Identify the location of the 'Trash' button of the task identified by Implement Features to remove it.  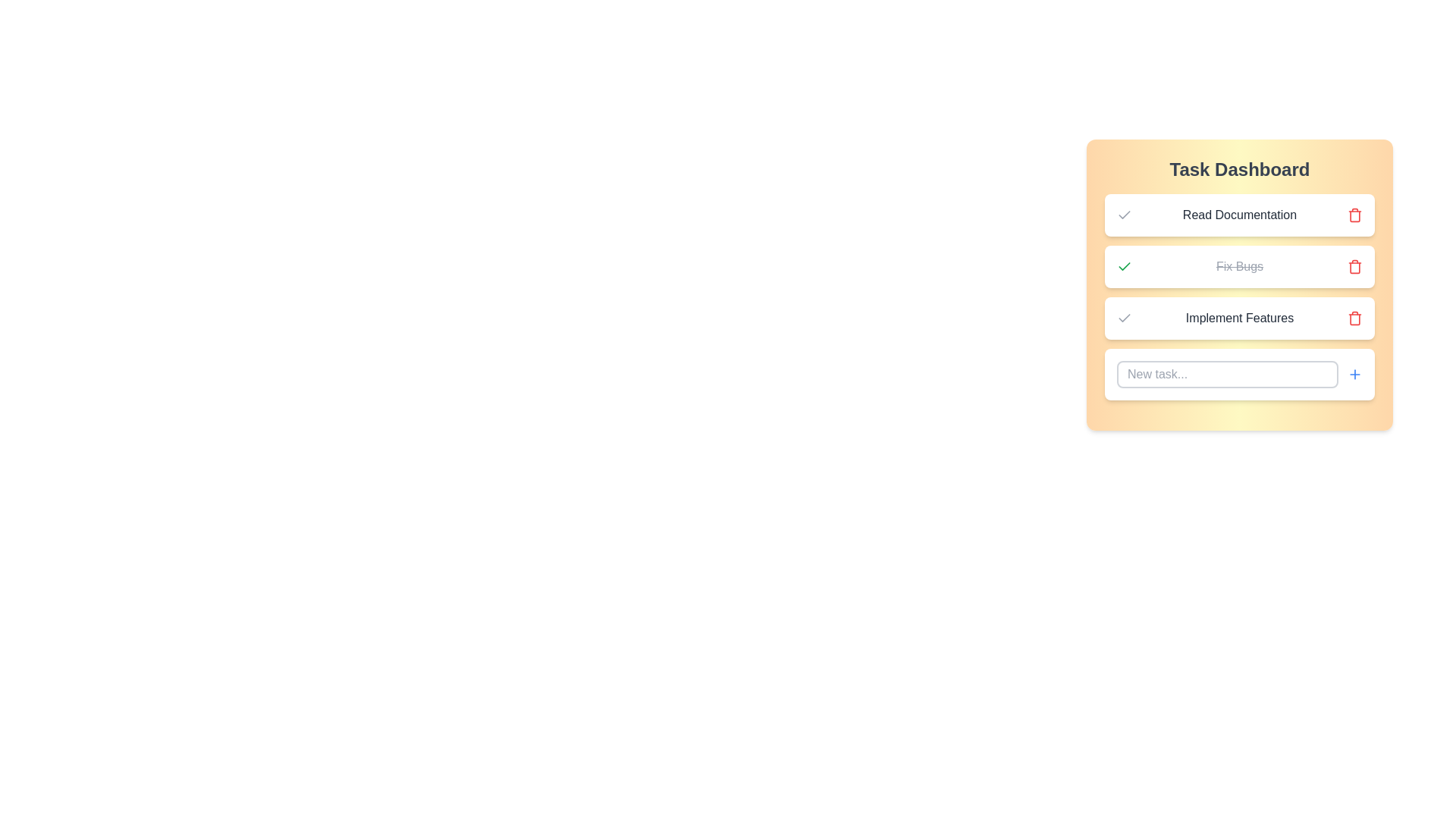
(1354, 318).